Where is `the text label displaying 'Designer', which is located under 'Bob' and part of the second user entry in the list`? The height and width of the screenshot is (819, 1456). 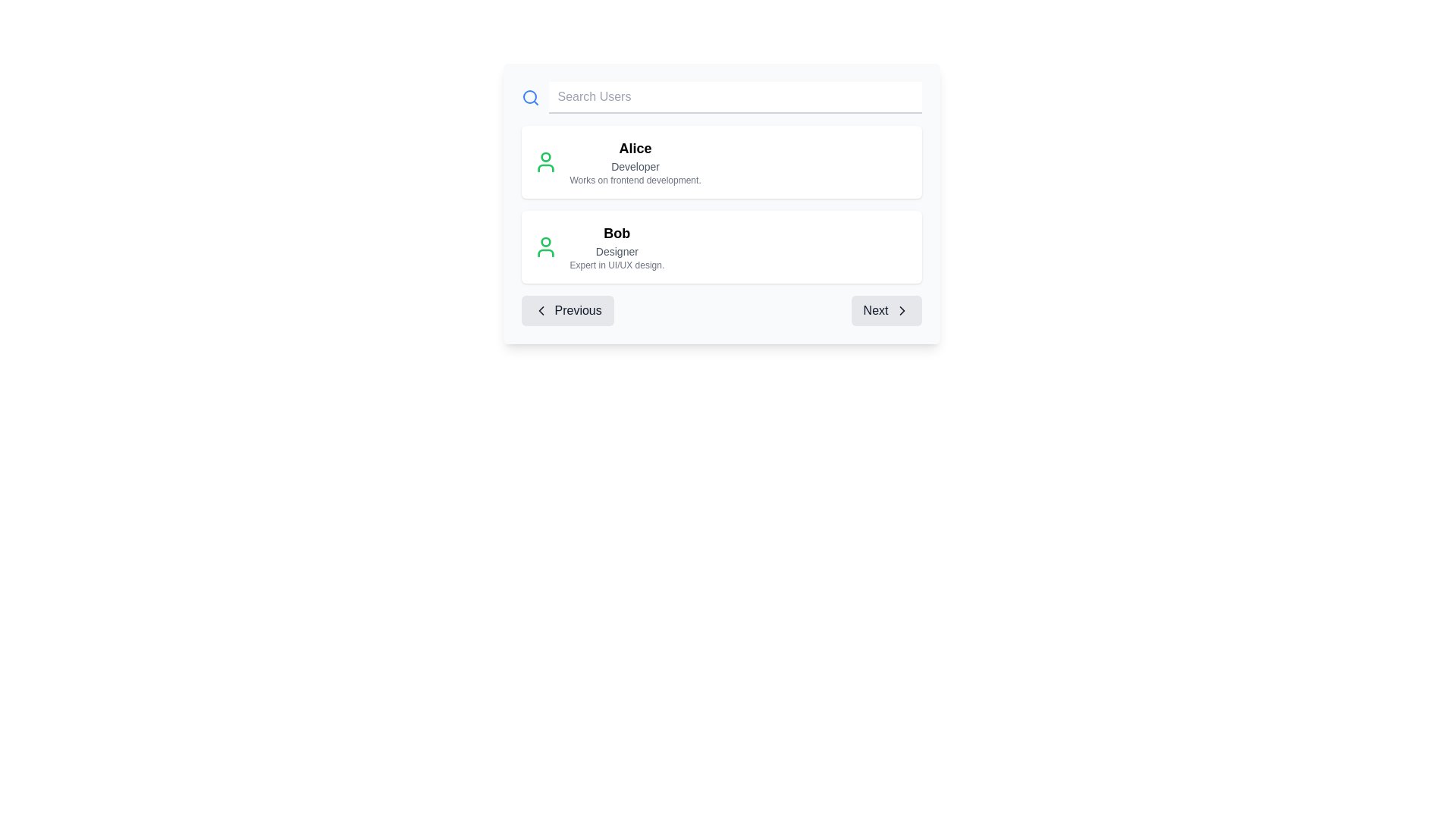
the text label displaying 'Designer', which is located under 'Bob' and part of the second user entry in the list is located at coordinates (617, 250).